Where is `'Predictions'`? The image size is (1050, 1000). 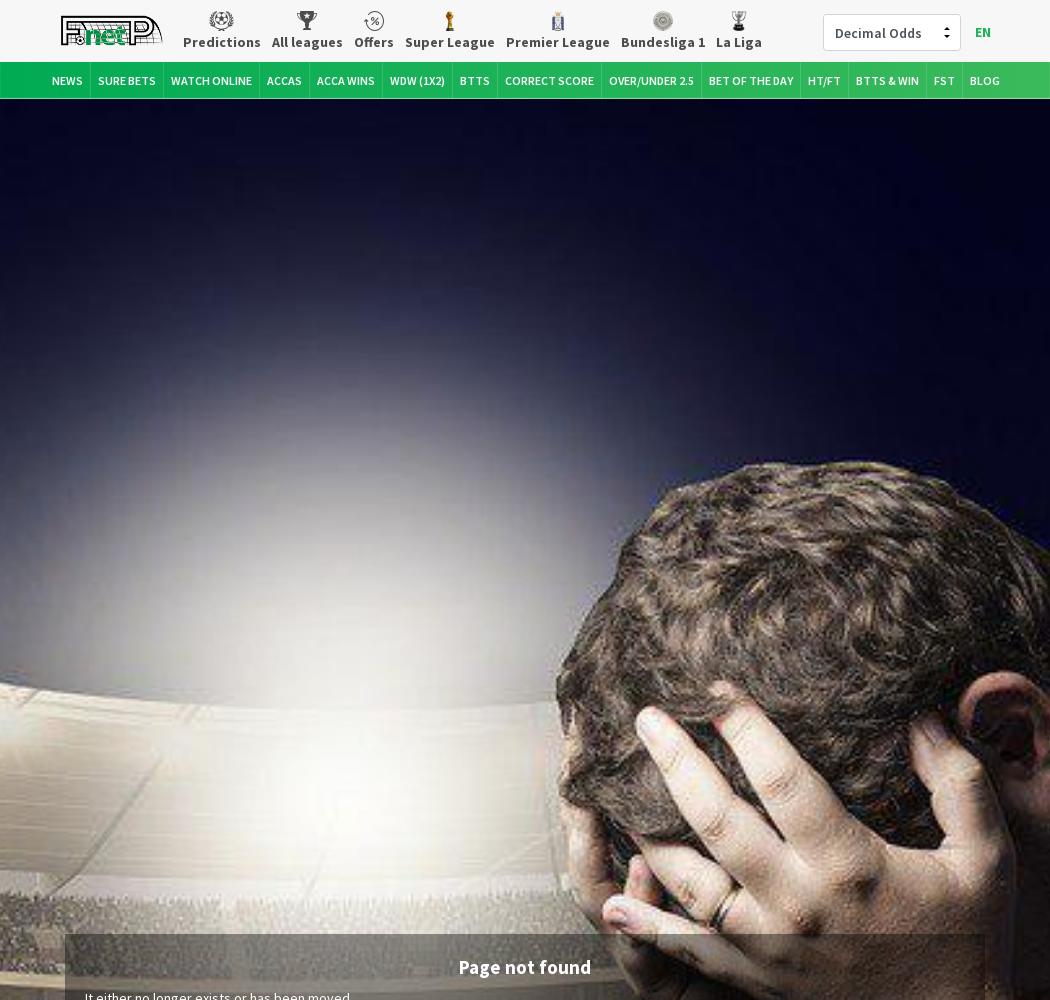 'Predictions' is located at coordinates (220, 41).